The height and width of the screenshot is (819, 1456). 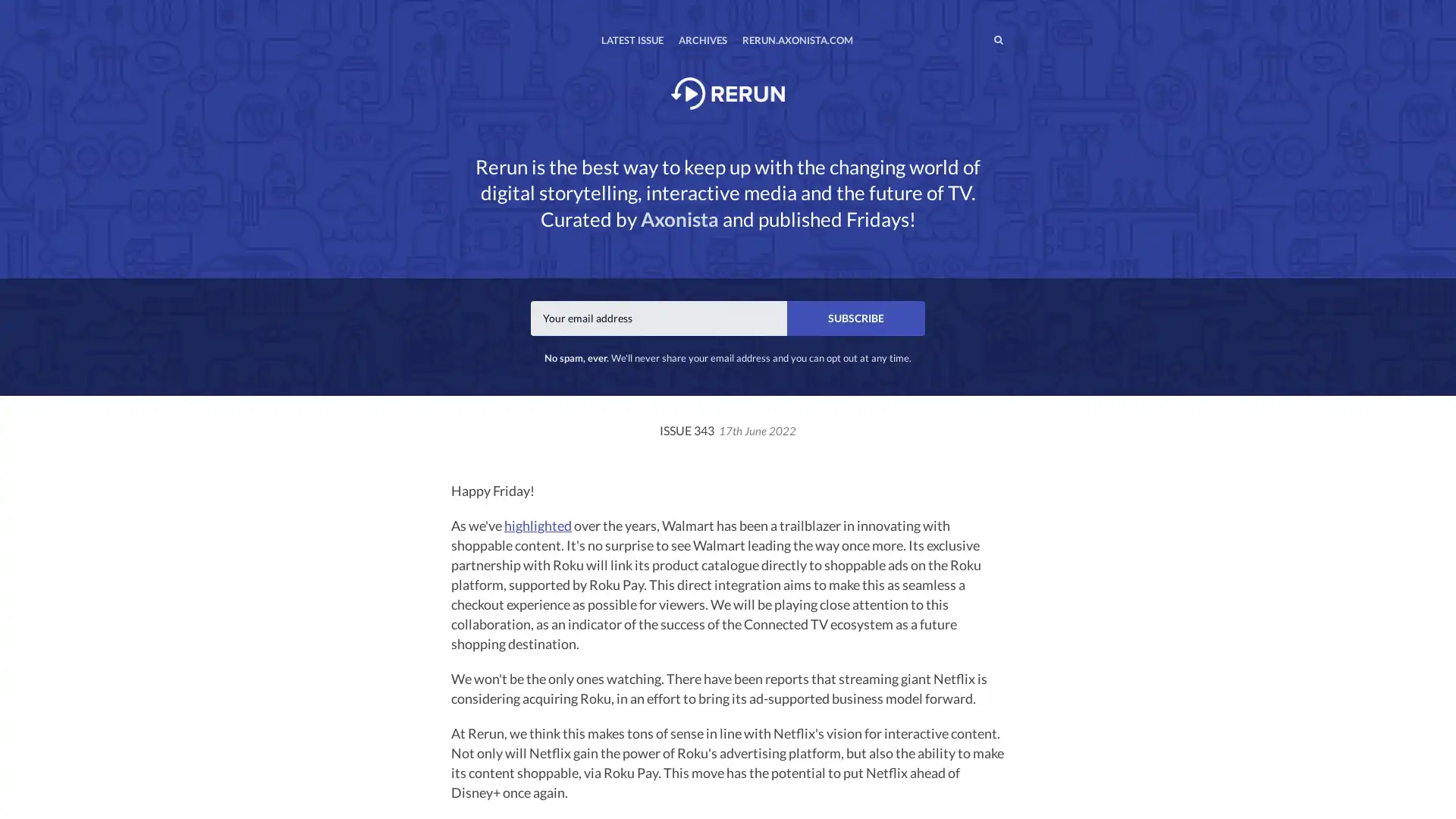 I want to click on TOGGLE MENU, so click(x=453, y=11).